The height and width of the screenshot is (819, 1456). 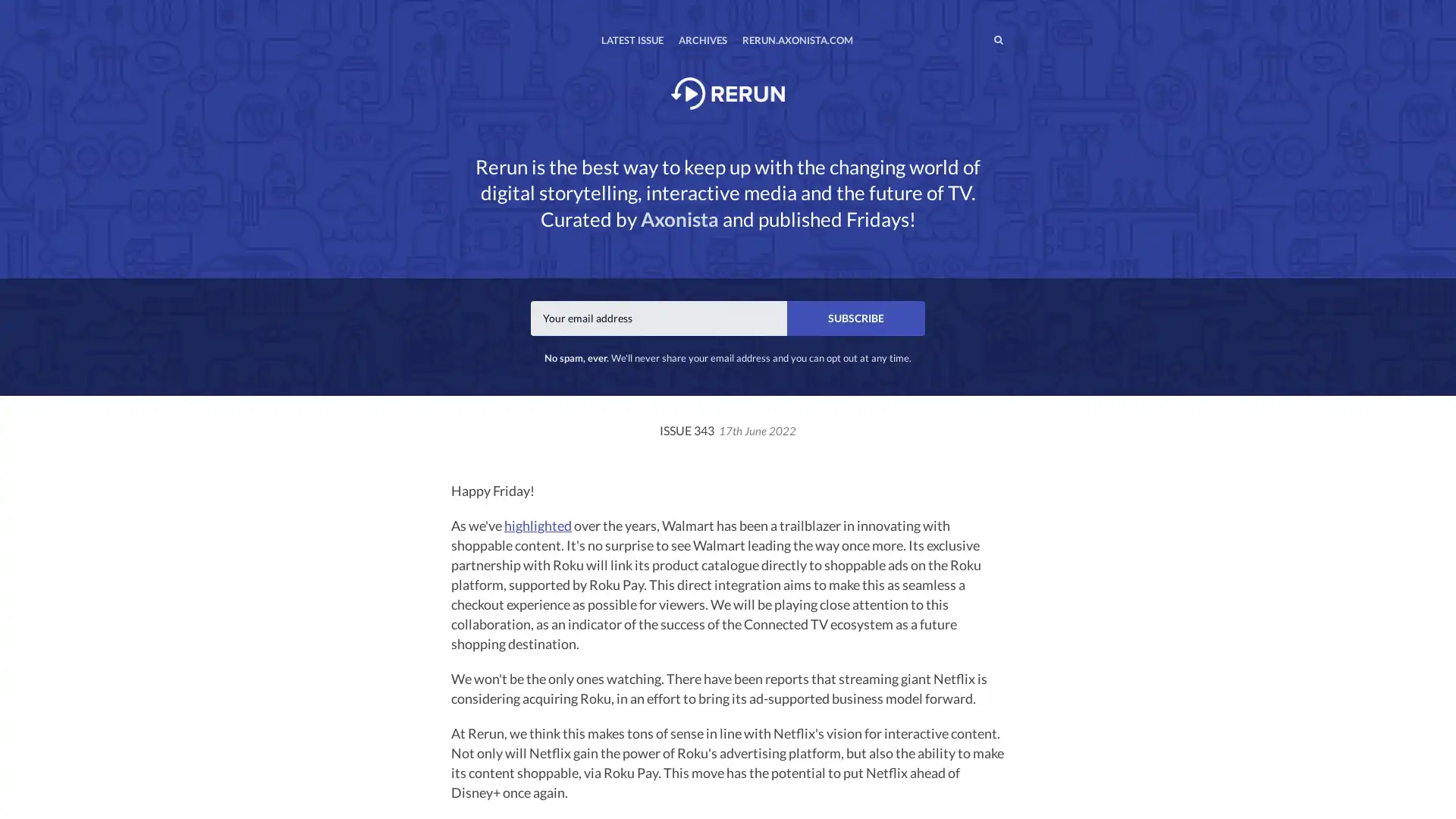 I want to click on TOGGLE MENU, so click(x=453, y=11).